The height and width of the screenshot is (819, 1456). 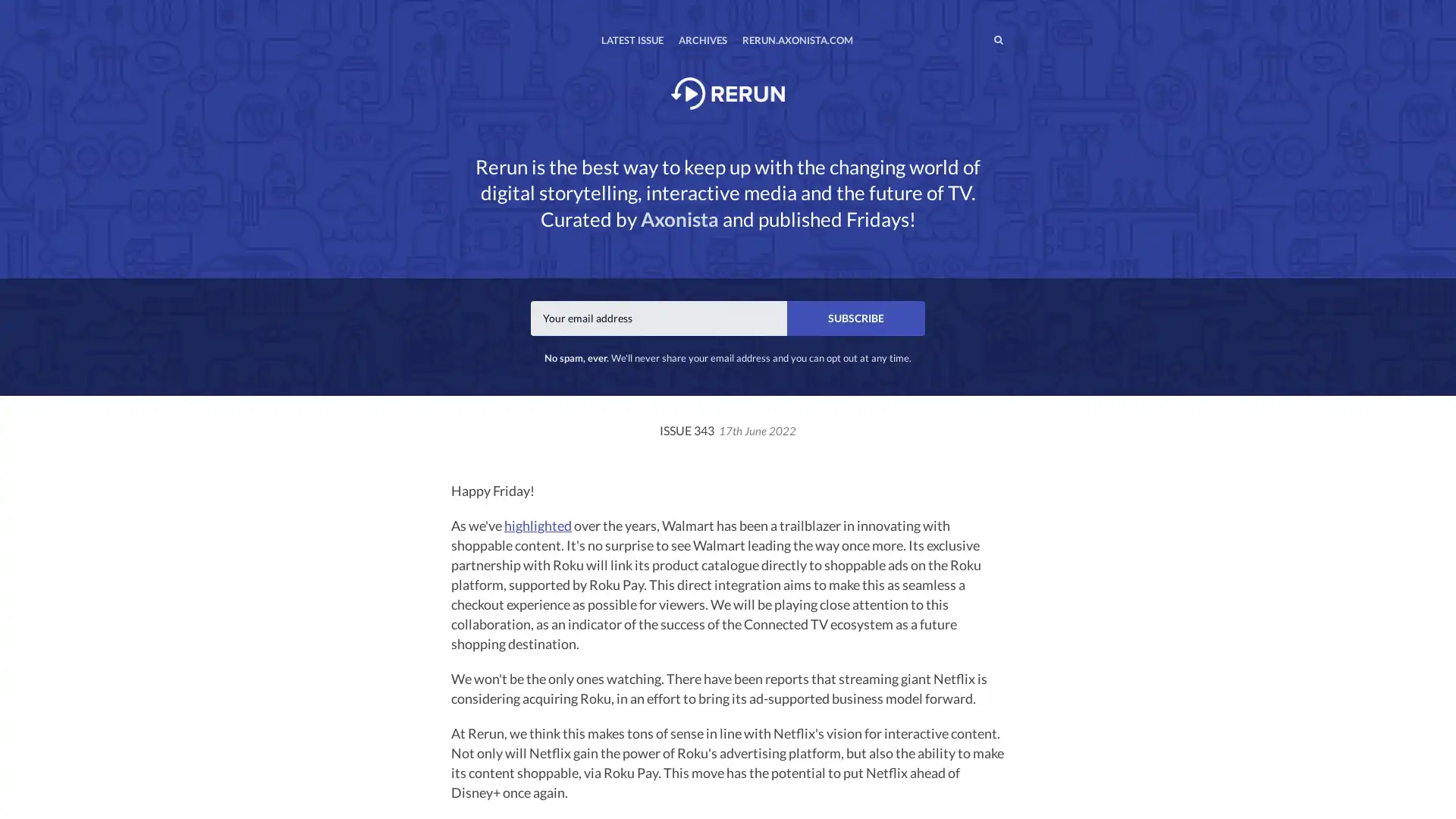 I want to click on TOGGLE MENU, so click(x=453, y=11).